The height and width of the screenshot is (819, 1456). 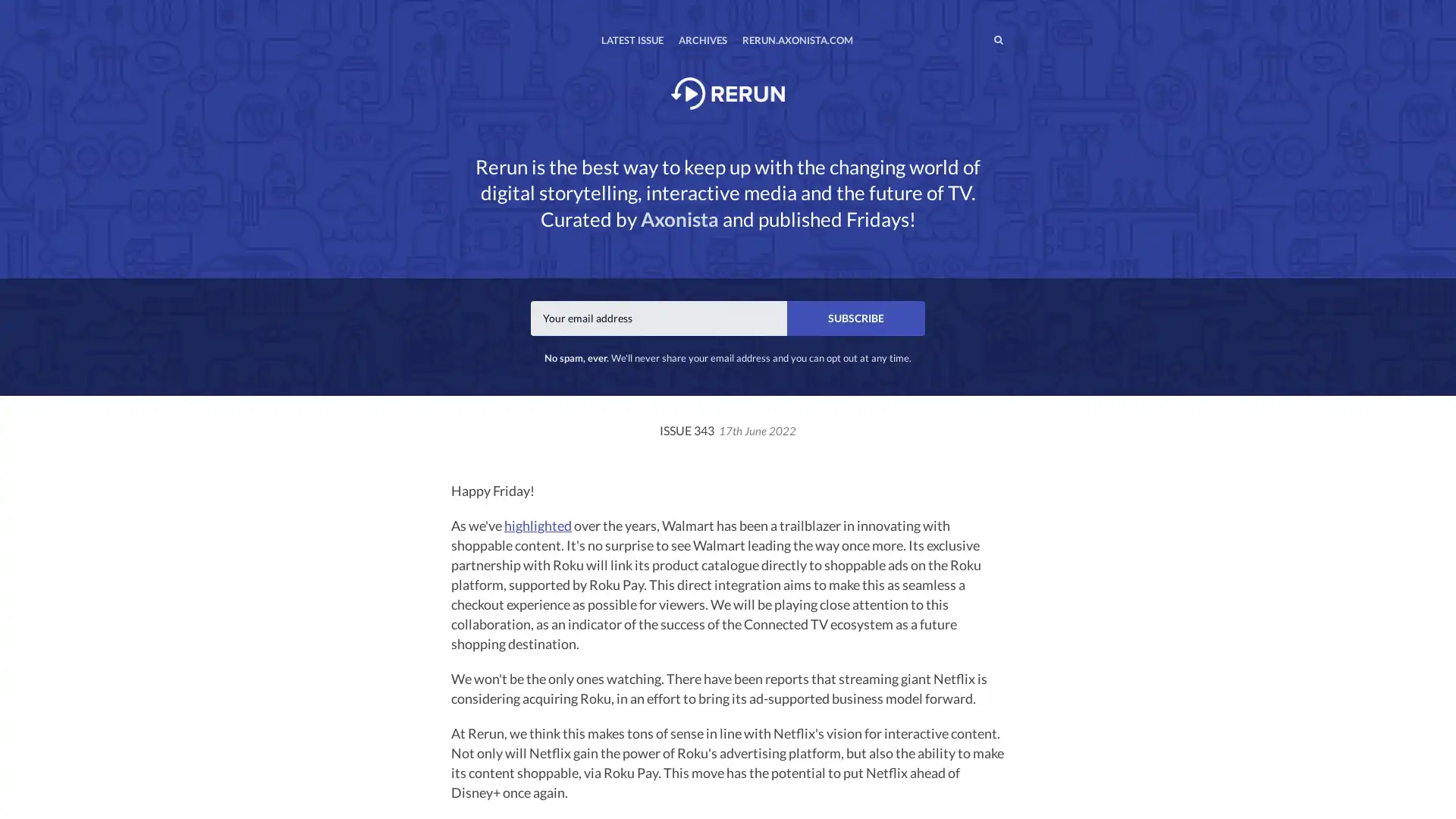 I want to click on TOGGLE MENU, so click(x=453, y=11).